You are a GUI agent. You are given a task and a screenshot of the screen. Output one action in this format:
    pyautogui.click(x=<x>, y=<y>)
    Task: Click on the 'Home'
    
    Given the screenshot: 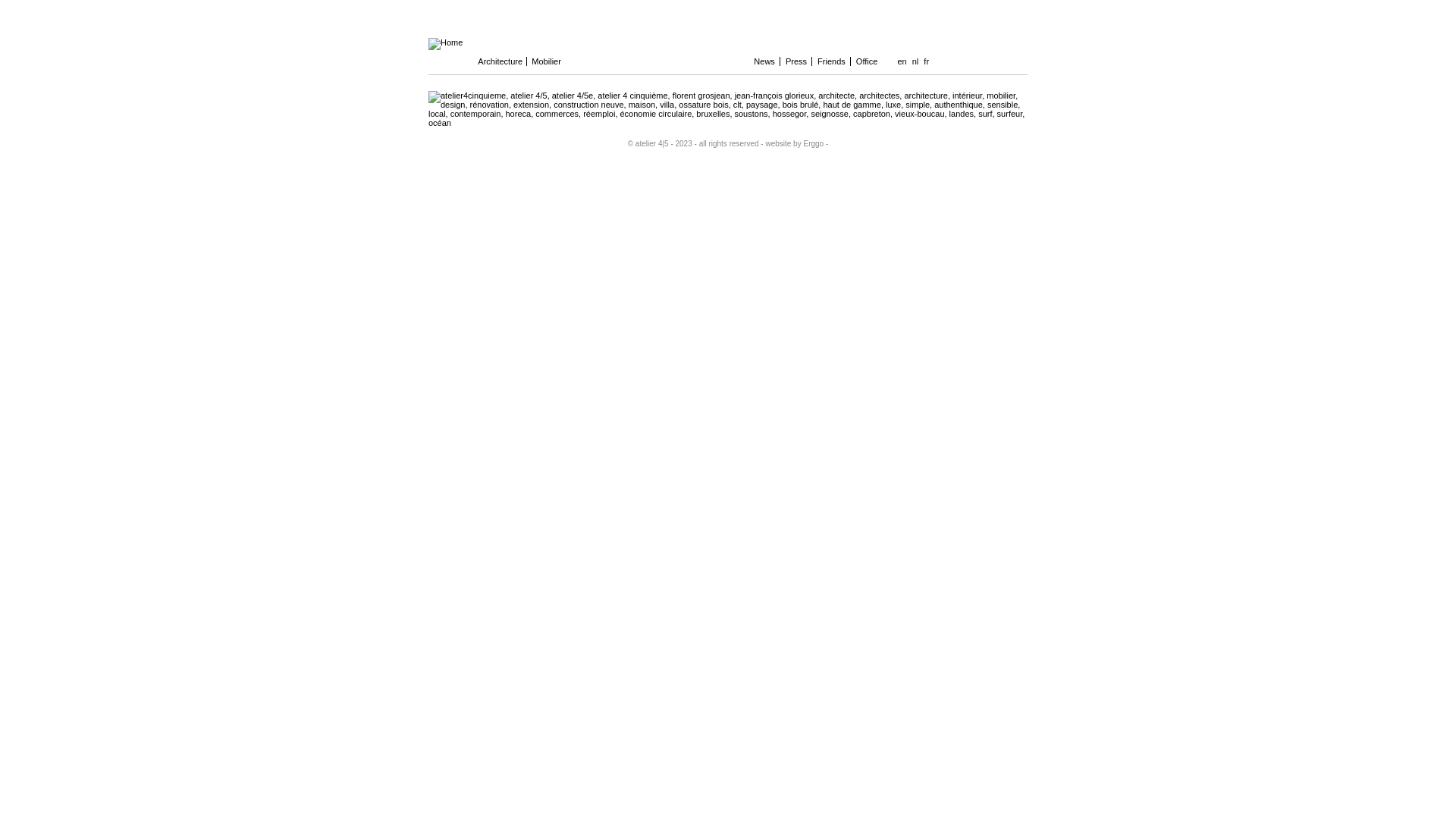 What is the action you would take?
    pyautogui.click(x=444, y=42)
    